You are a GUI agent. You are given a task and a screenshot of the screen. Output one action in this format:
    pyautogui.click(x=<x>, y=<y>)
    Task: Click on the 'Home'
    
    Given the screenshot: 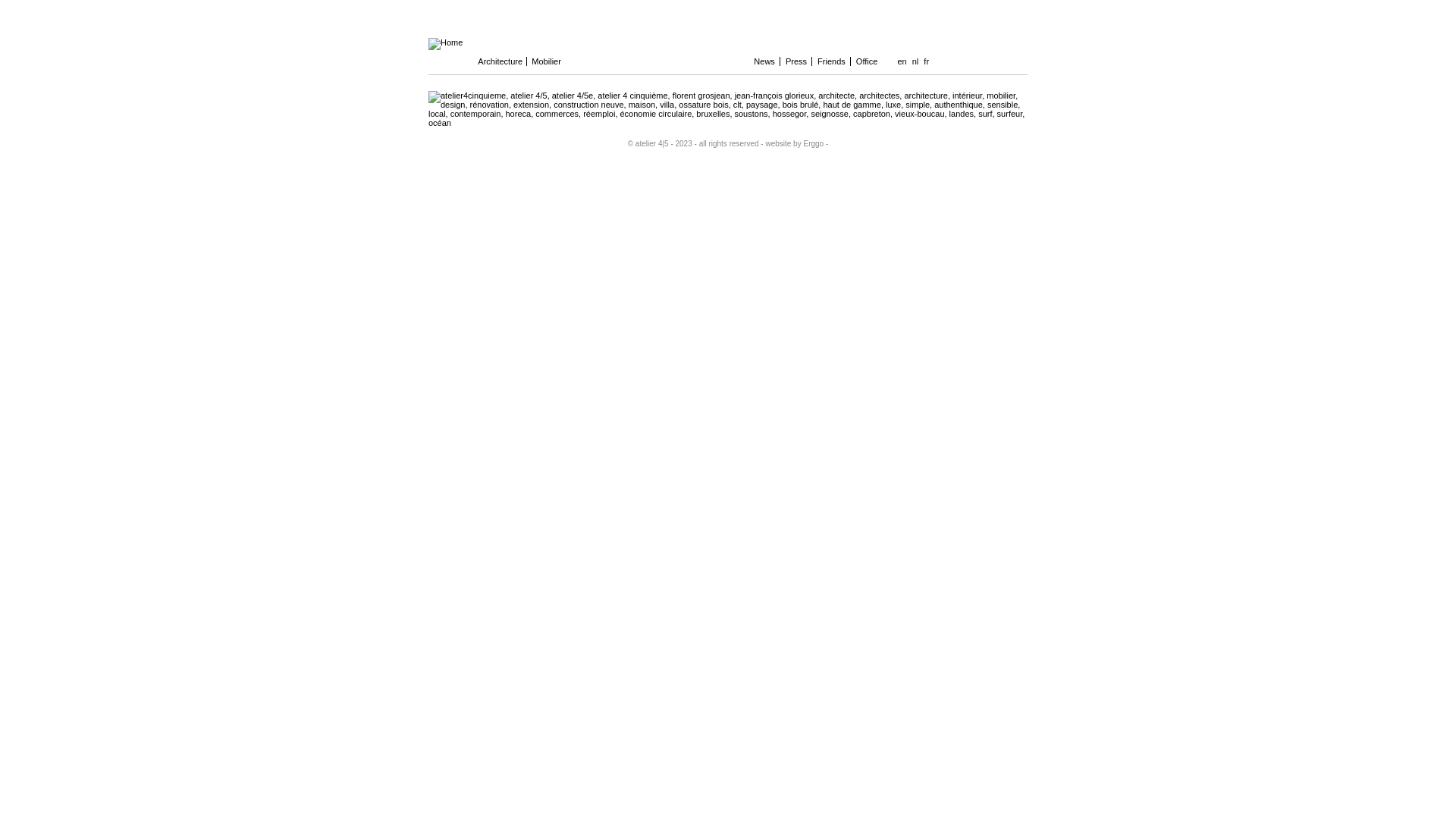 What is the action you would take?
    pyautogui.click(x=444, y=42)
    